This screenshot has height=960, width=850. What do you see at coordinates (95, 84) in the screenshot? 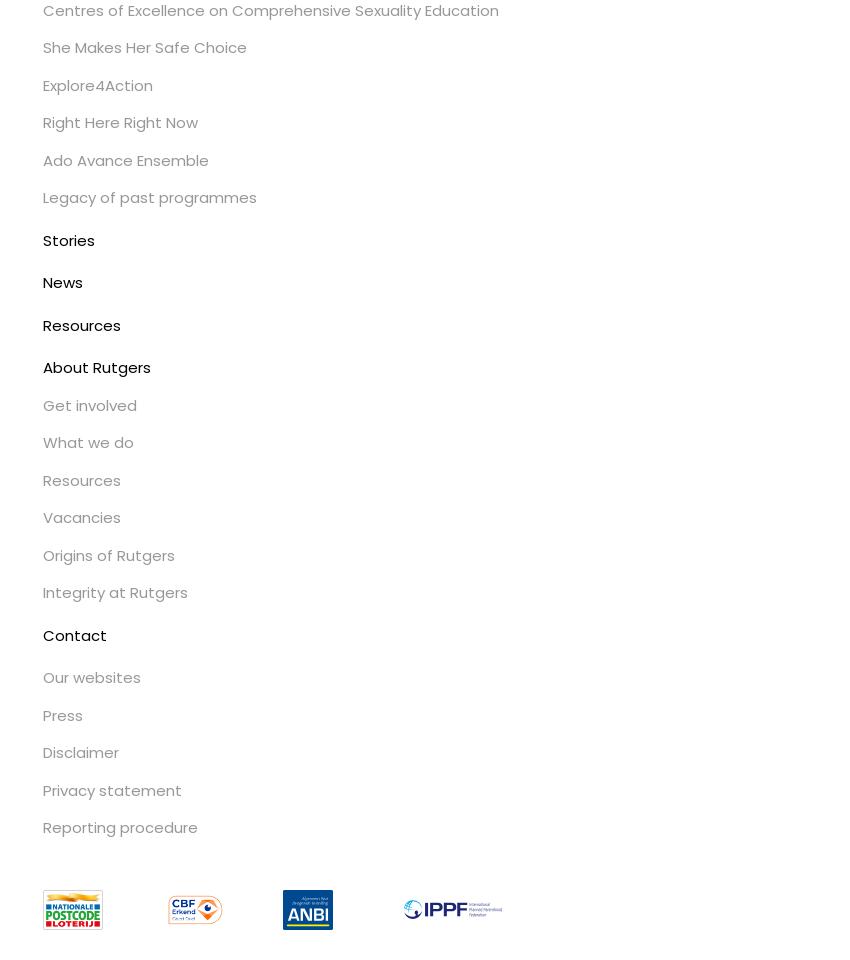
I see `'Explore4Action'` at bounding box center [95, 84].